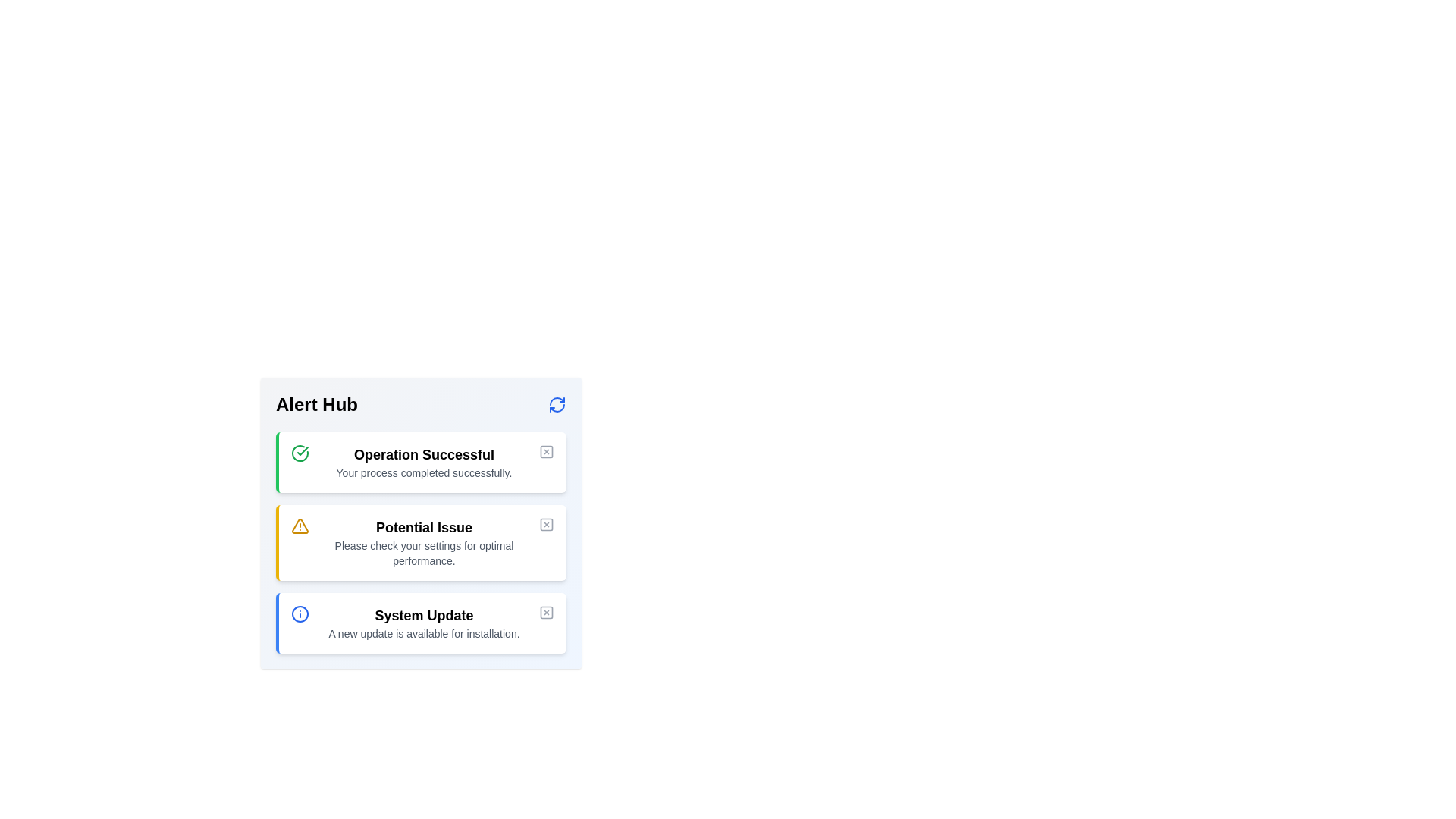 The height and width of the screenshot is (819, 1456). What do you see at coordinates (546, 451) in the screenshot?
I see `the rectangular shape with rounded corners, styled in gray outline, located at the top-right corner of the 'Operation Successful' notification card` at bounding box center [546, 451].